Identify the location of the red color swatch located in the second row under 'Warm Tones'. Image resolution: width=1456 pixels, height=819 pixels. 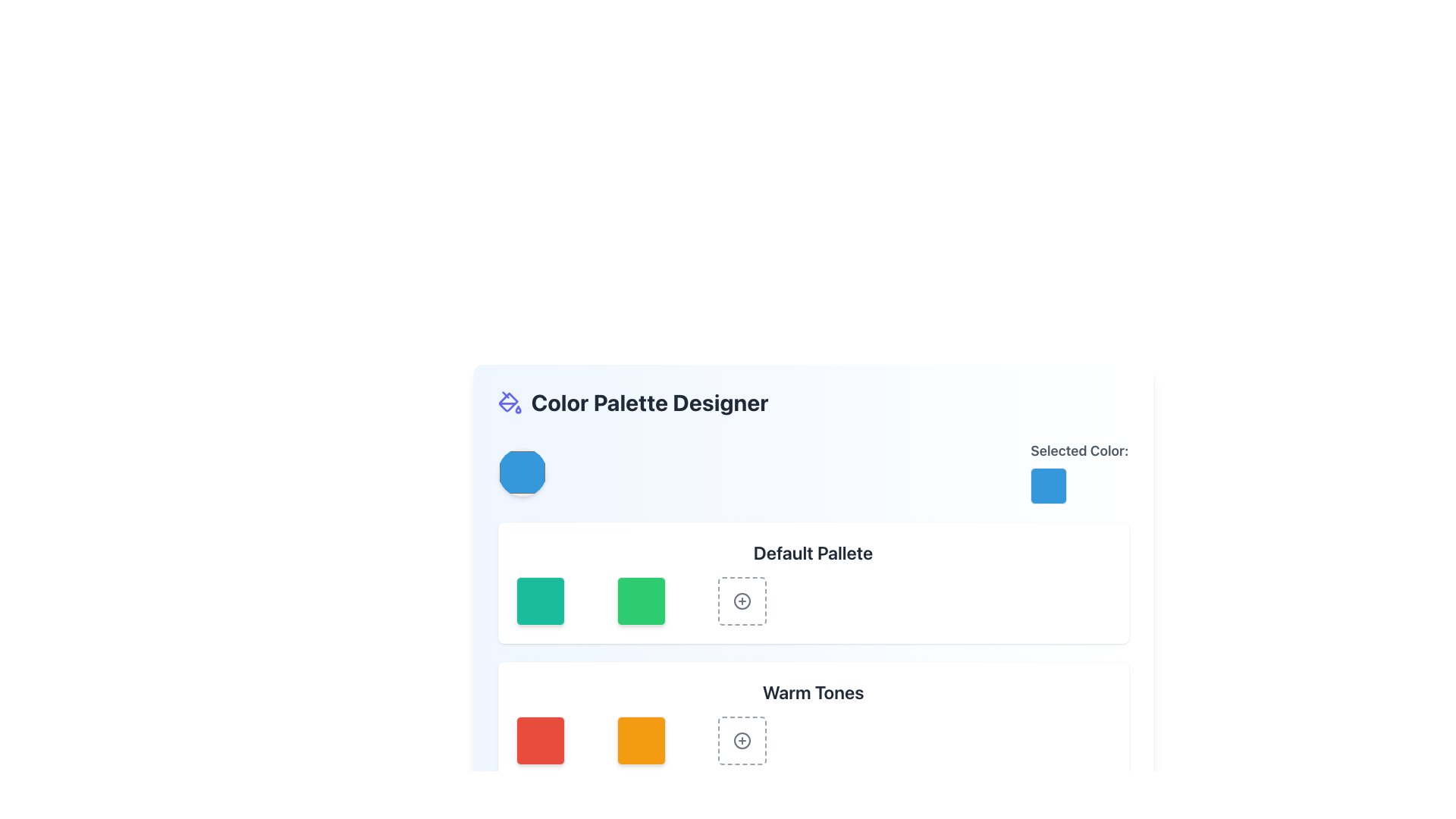
(560, 739).